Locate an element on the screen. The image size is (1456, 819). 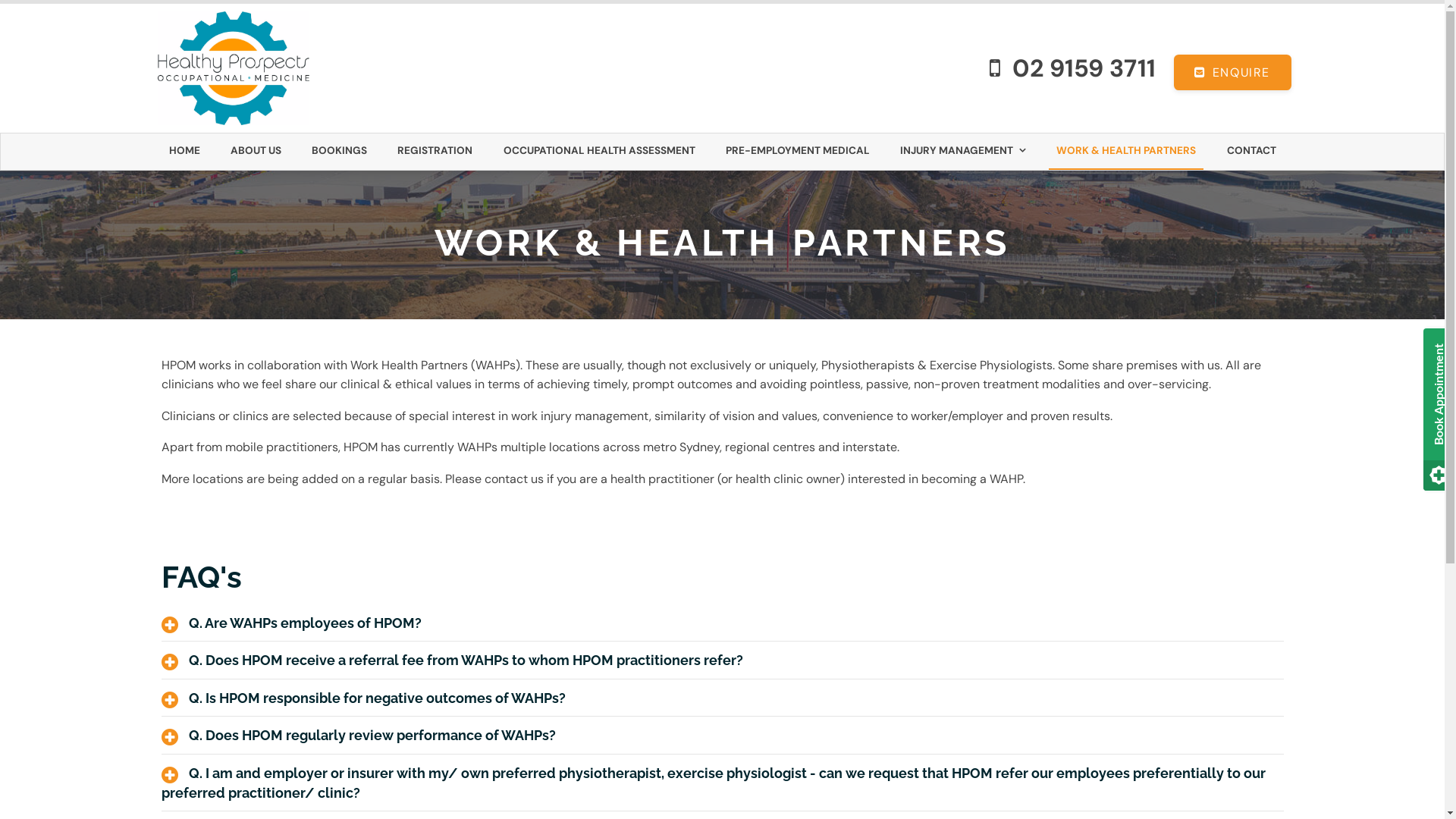
'ENQUIRE' is located at coordinates (1232, 72).